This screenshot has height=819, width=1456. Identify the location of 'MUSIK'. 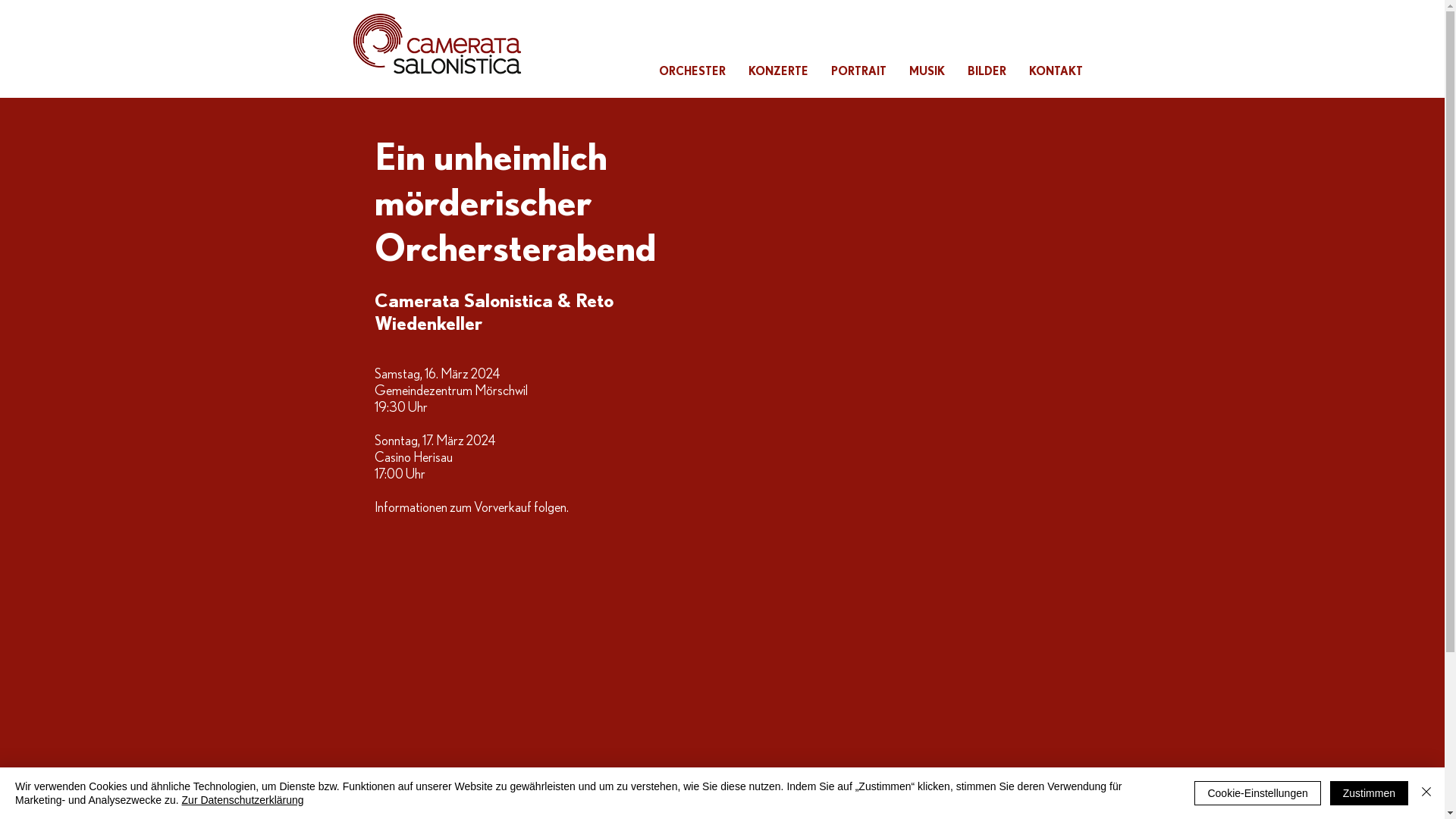
(898, 71).